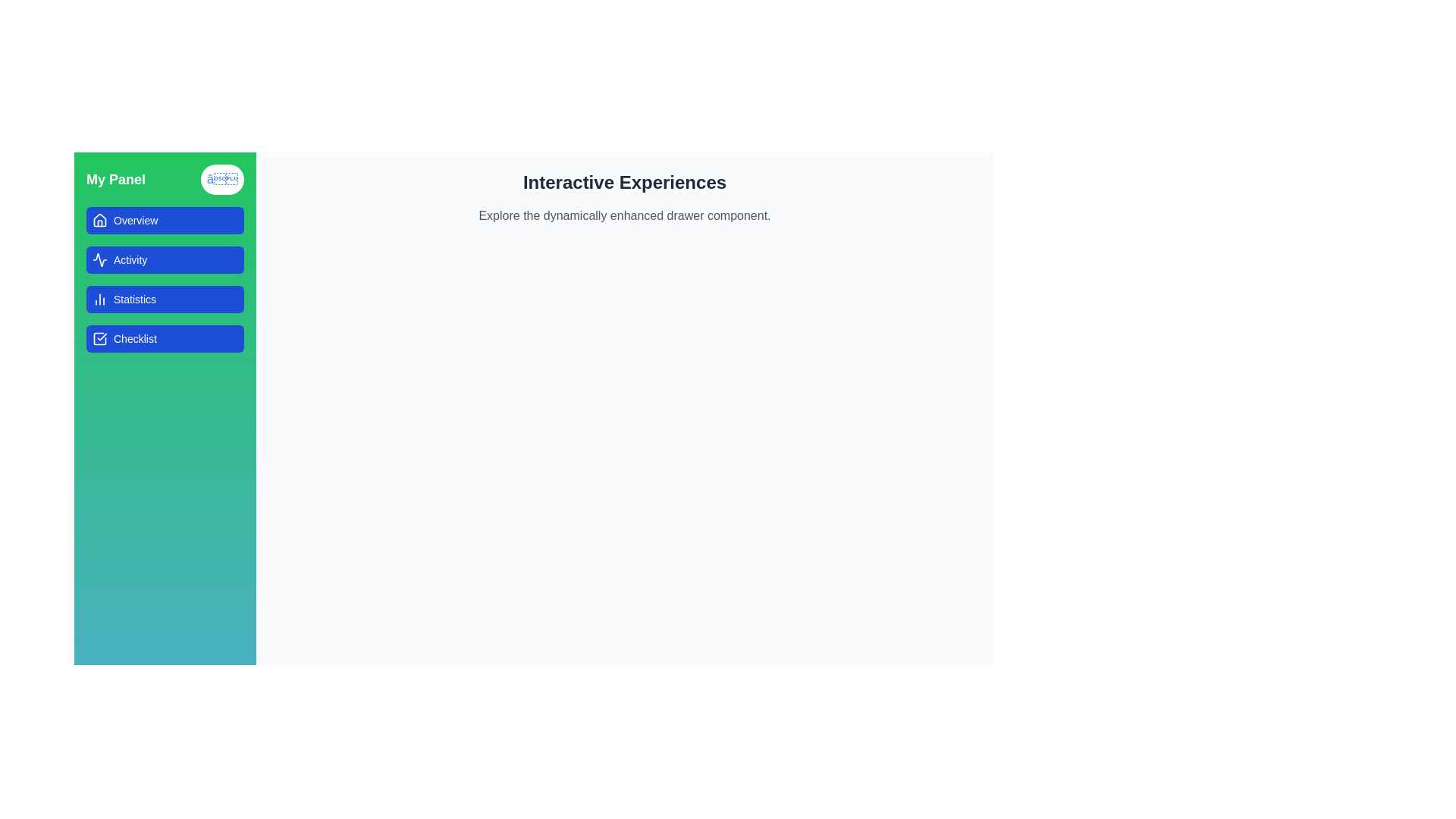 The width and height of the screenshot is (1456, 819). What do you see at coordinates (99, 220) in the screenshot?
I see `the 'Overview' icon in the navigation menu` at bounding box center [99, 220].